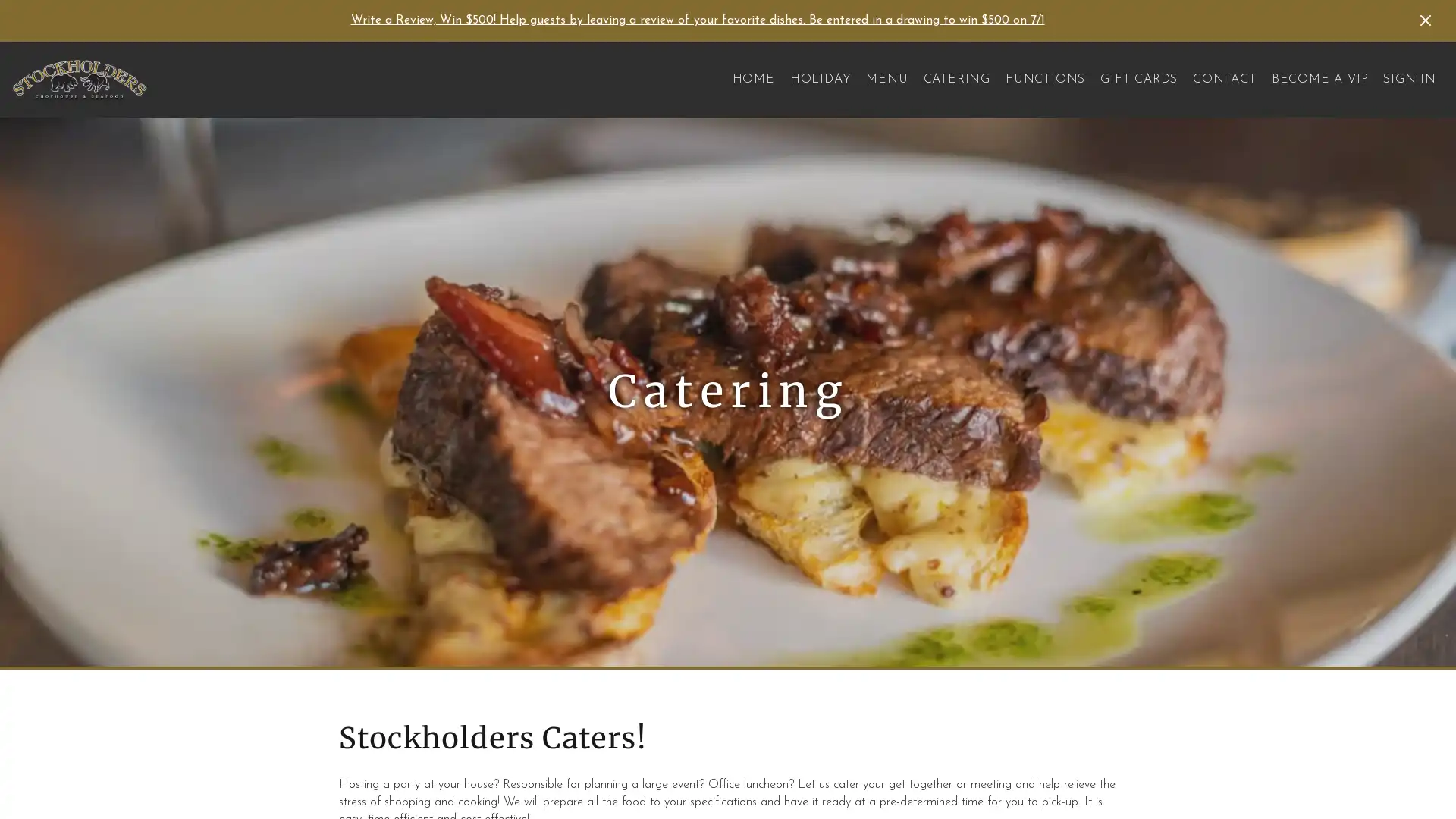 Image resolution: width=1456 pixels, height=819 pixels. Describe the element at coordinates (1425, 20) in the screenshot. I see `Dismiss Announcement` at that location.